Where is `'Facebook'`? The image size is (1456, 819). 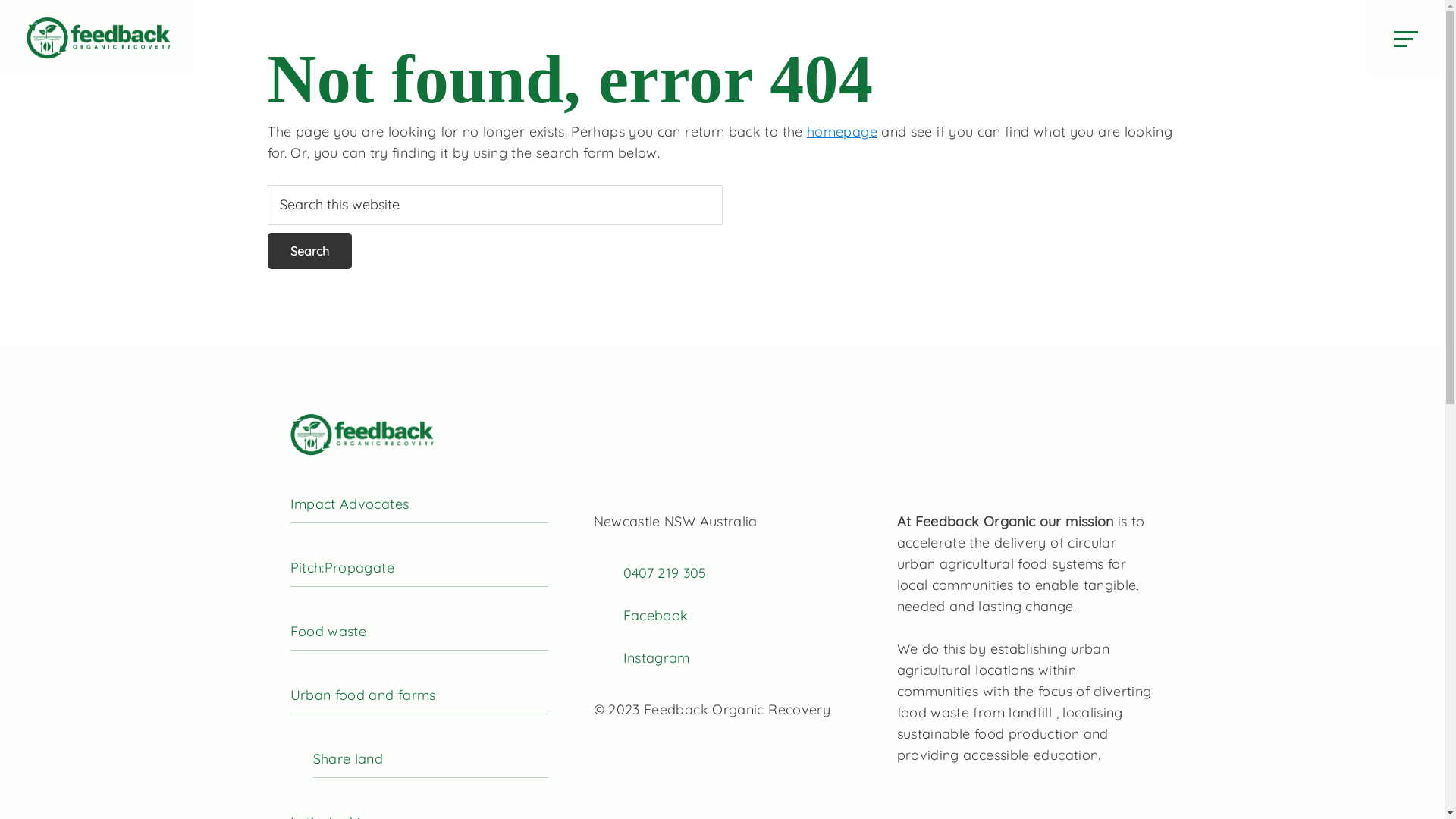 'Facebook' is located at coordinates (655, 615).